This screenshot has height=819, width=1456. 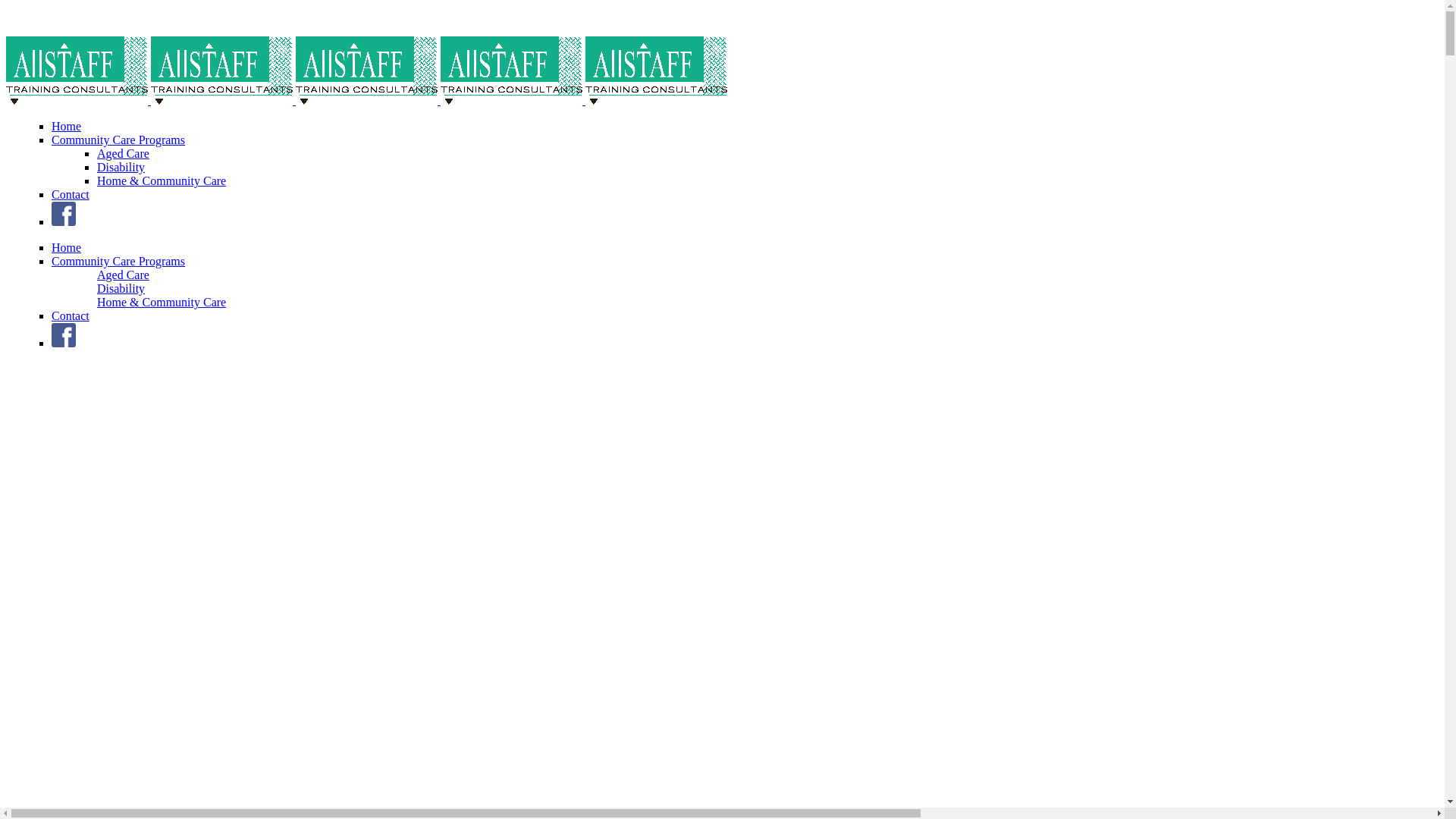 What do you see at coordinates (161, 180) in the screenshot?
I see `'Home & Community Care'` at bounding box center [161, 180].